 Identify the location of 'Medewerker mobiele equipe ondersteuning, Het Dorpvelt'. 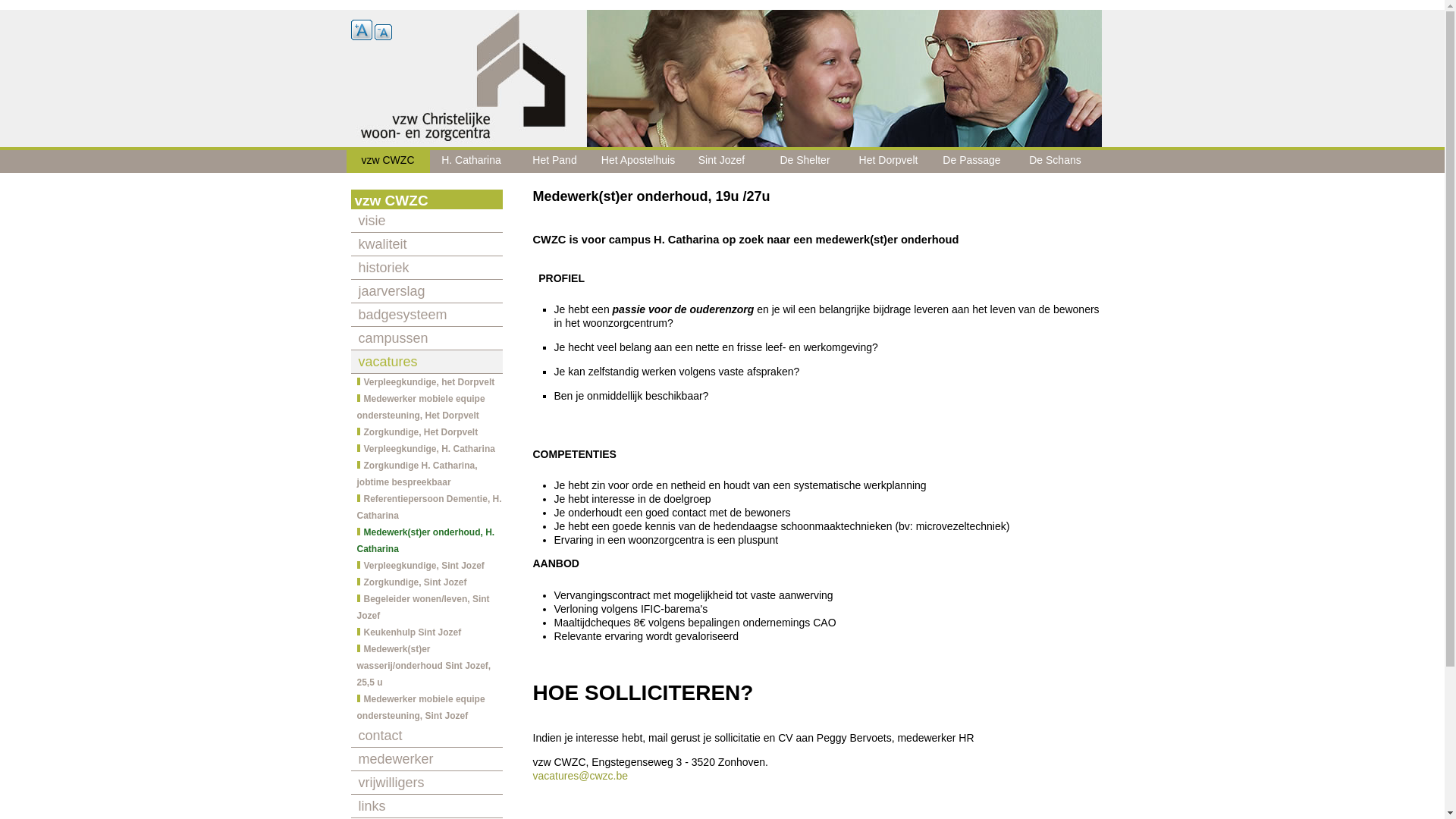
(425, 406).